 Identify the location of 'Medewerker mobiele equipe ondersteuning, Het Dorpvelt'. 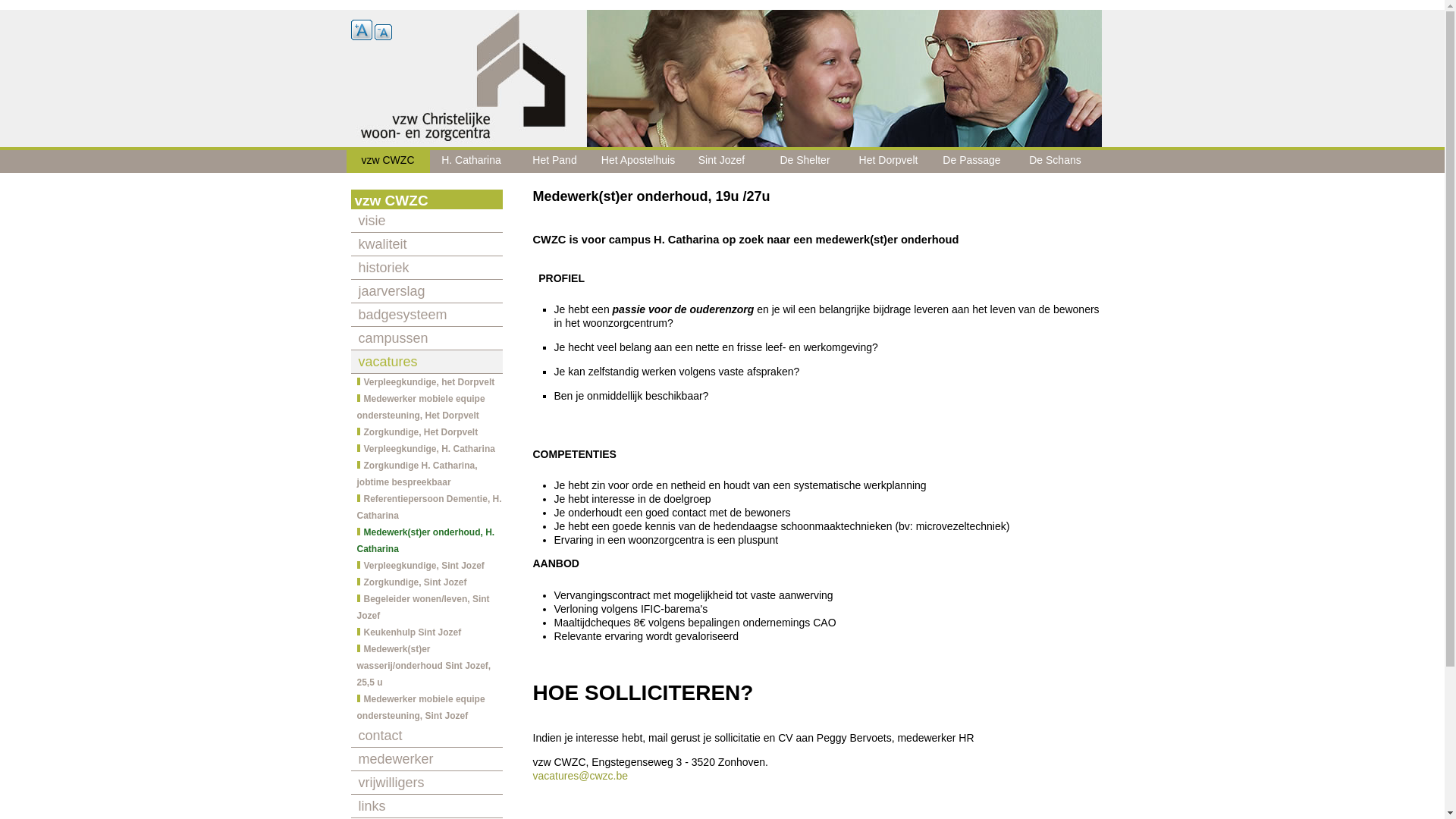
(425, 406).